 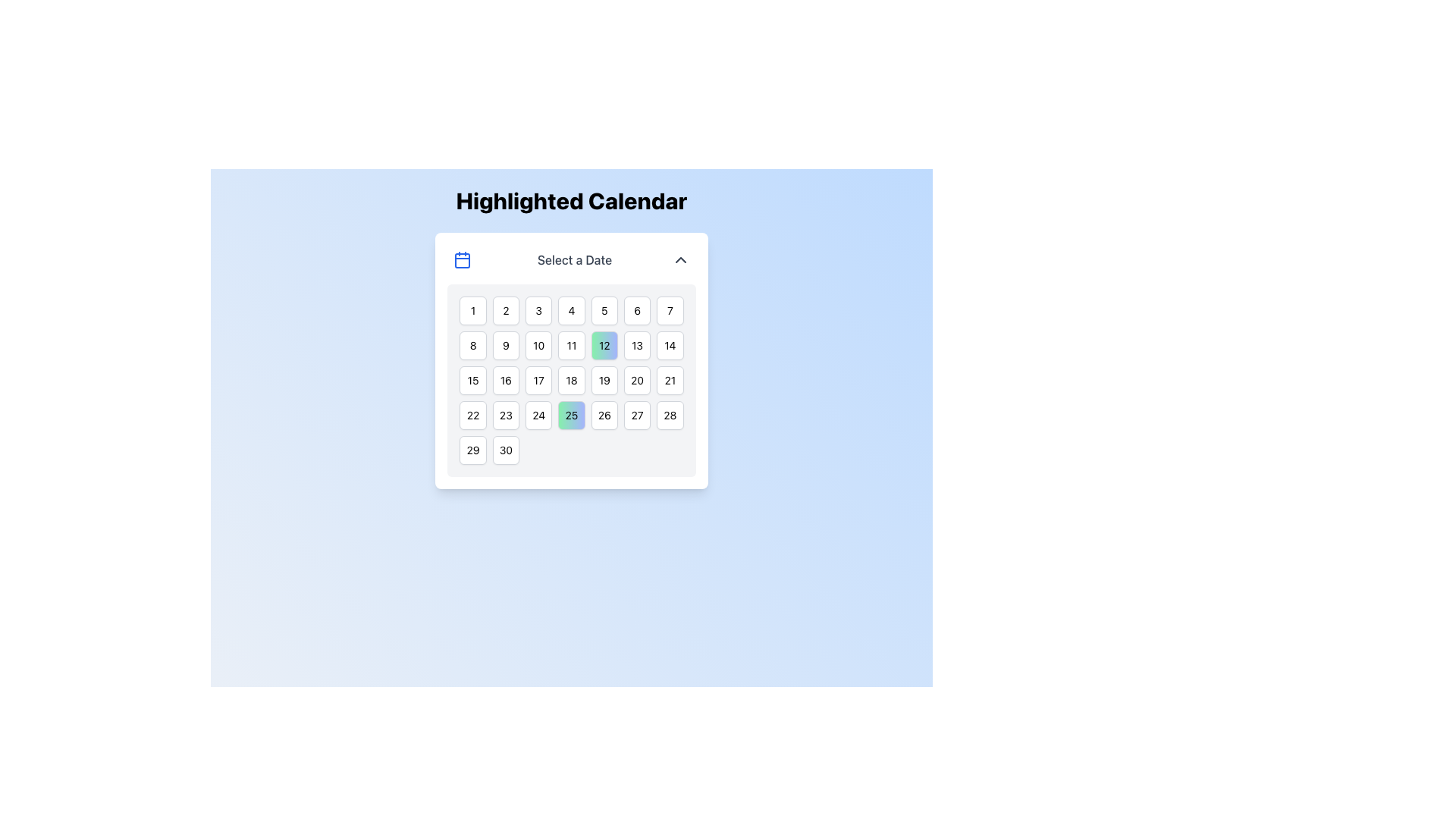 What do you see at coordinates (538, 309) in the screenshot?
I see `the button labeled '3' in the calendar grid` at bounding box center [538, 309].